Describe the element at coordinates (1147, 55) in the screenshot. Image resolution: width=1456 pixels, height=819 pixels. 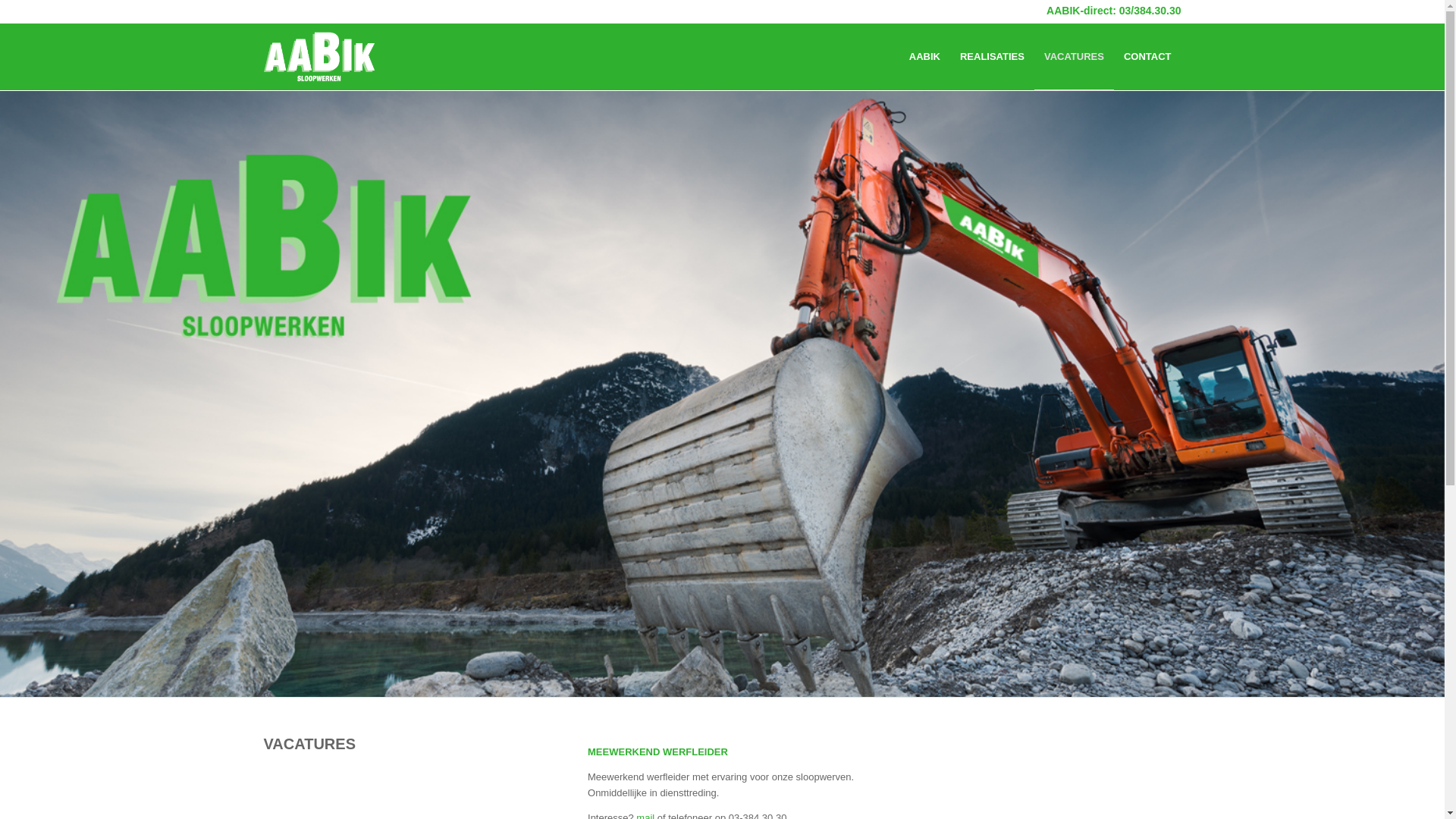
I see `'CONTACT'` at that location.